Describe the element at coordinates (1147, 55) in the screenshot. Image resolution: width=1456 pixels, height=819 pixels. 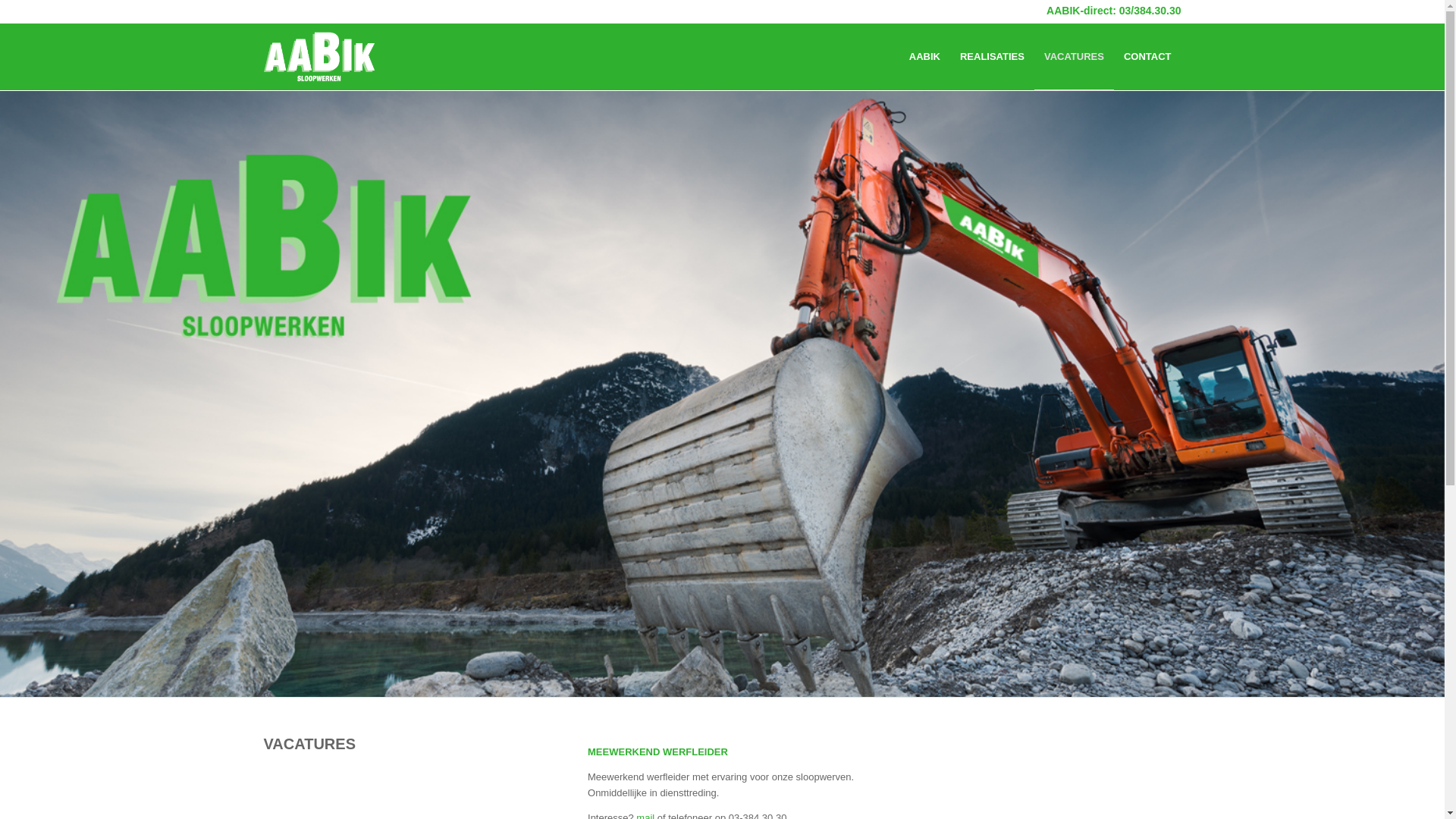
I see `'CONTACT'` at that location.